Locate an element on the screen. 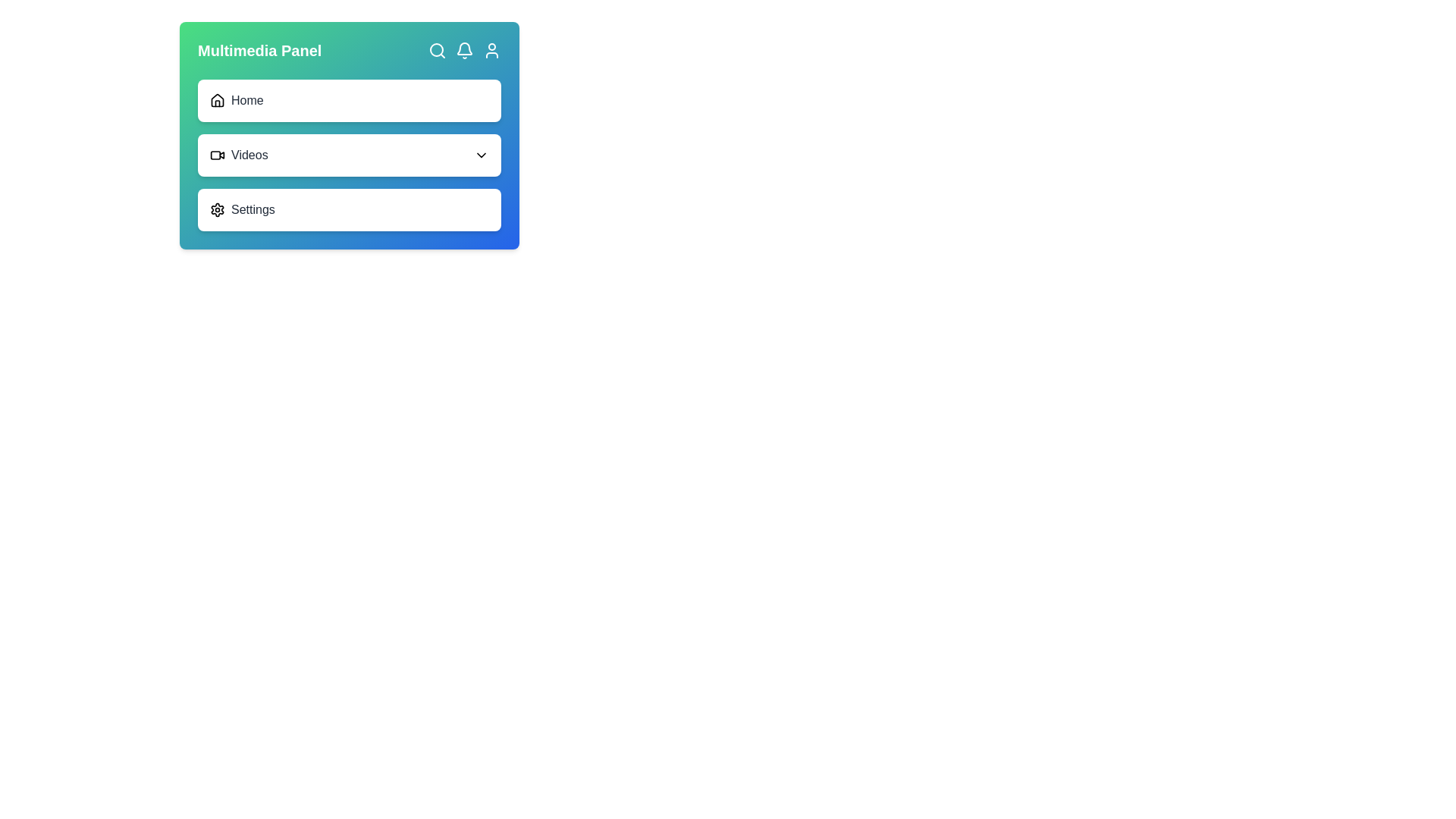  the Navigation link with icon and label, which is the last item in the vertical navigation menu is located at coordinates (241, 210).